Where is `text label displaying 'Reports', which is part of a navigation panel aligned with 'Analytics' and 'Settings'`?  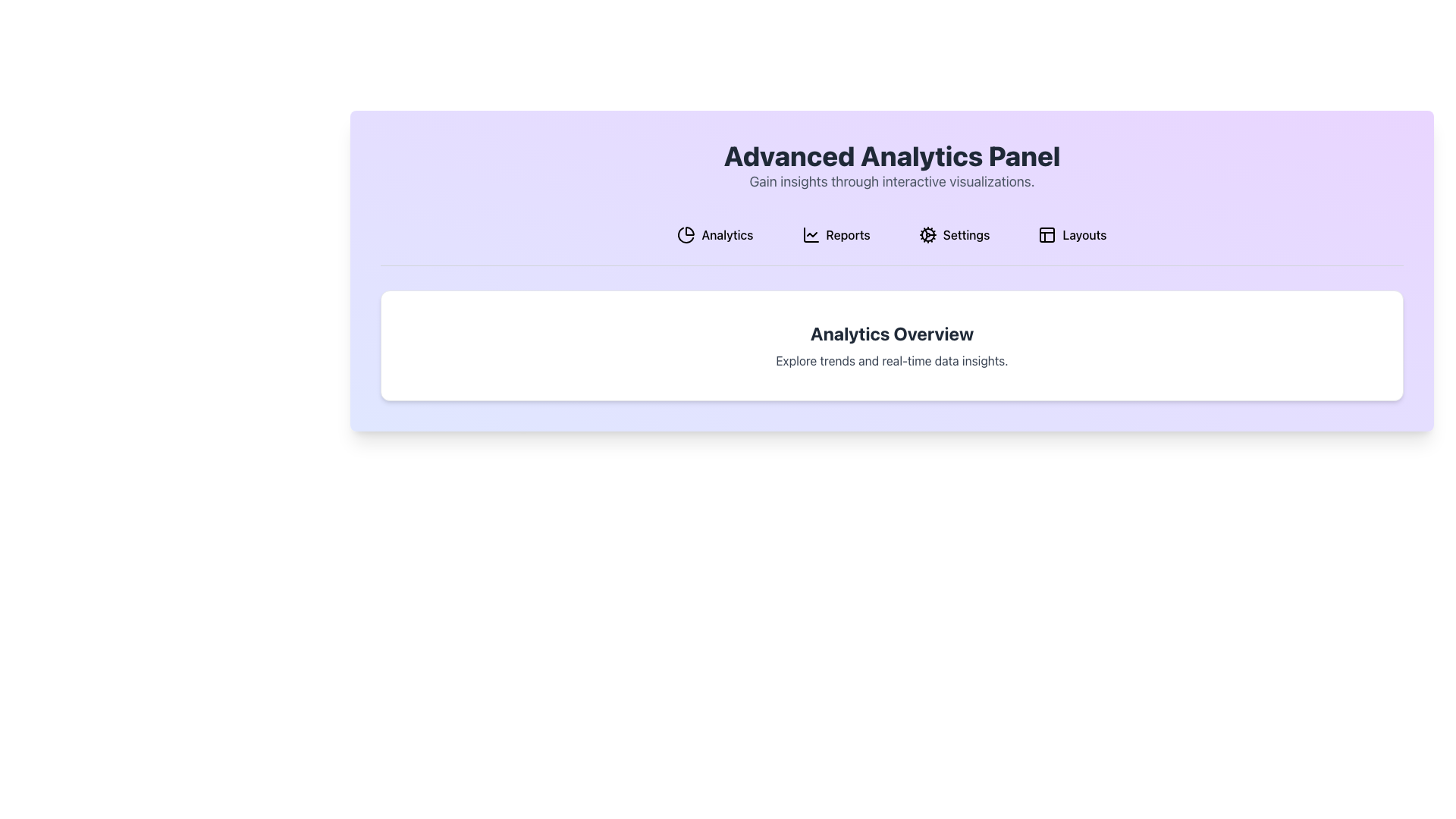
text label displaying 'Reports', which is part of a navigation panel aligned with 'Analytics' and 'Settings' is located at coordinates (847, 234).